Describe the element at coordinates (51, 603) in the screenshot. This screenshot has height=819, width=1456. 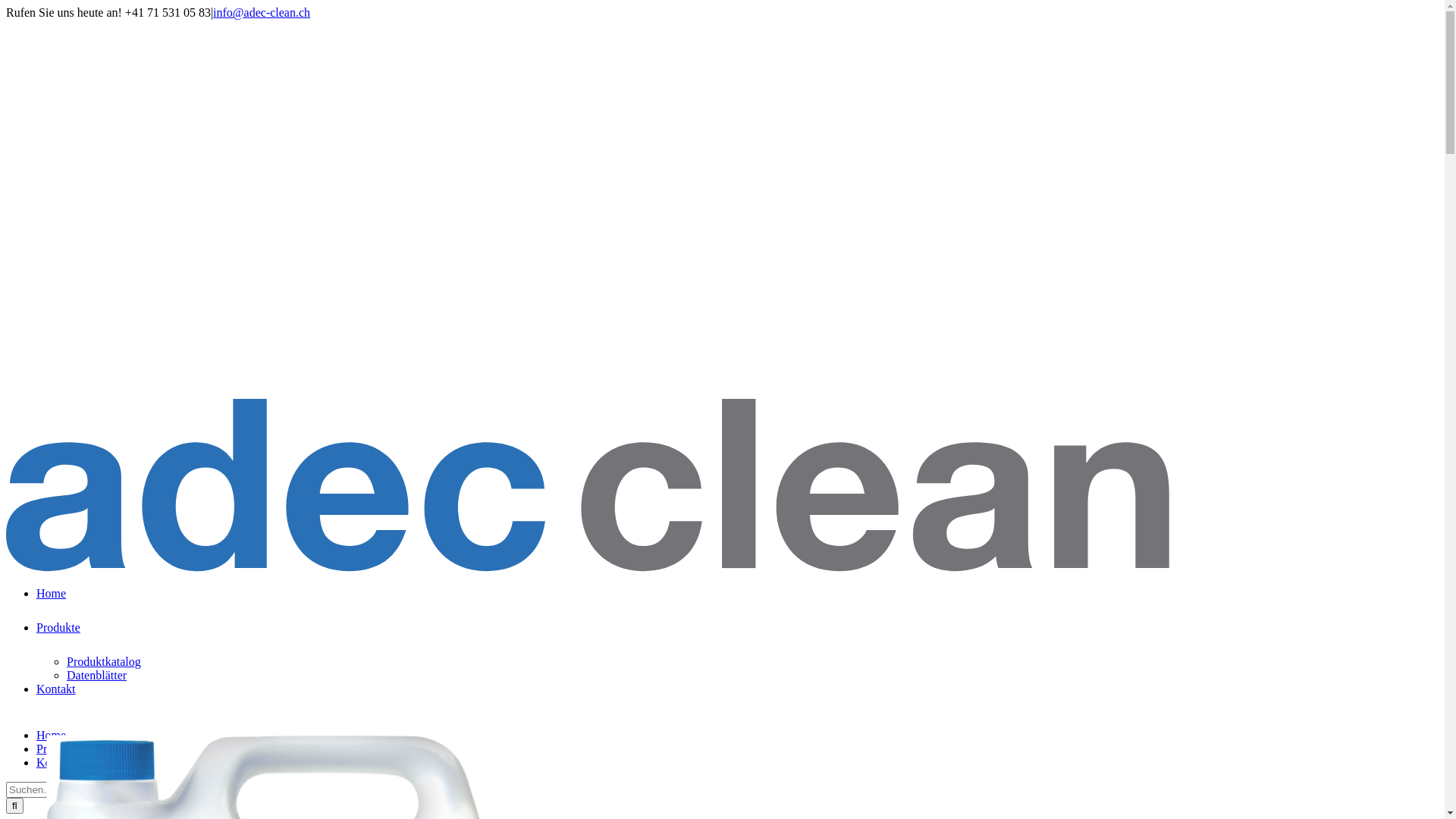
I see `'Home'` at that location.